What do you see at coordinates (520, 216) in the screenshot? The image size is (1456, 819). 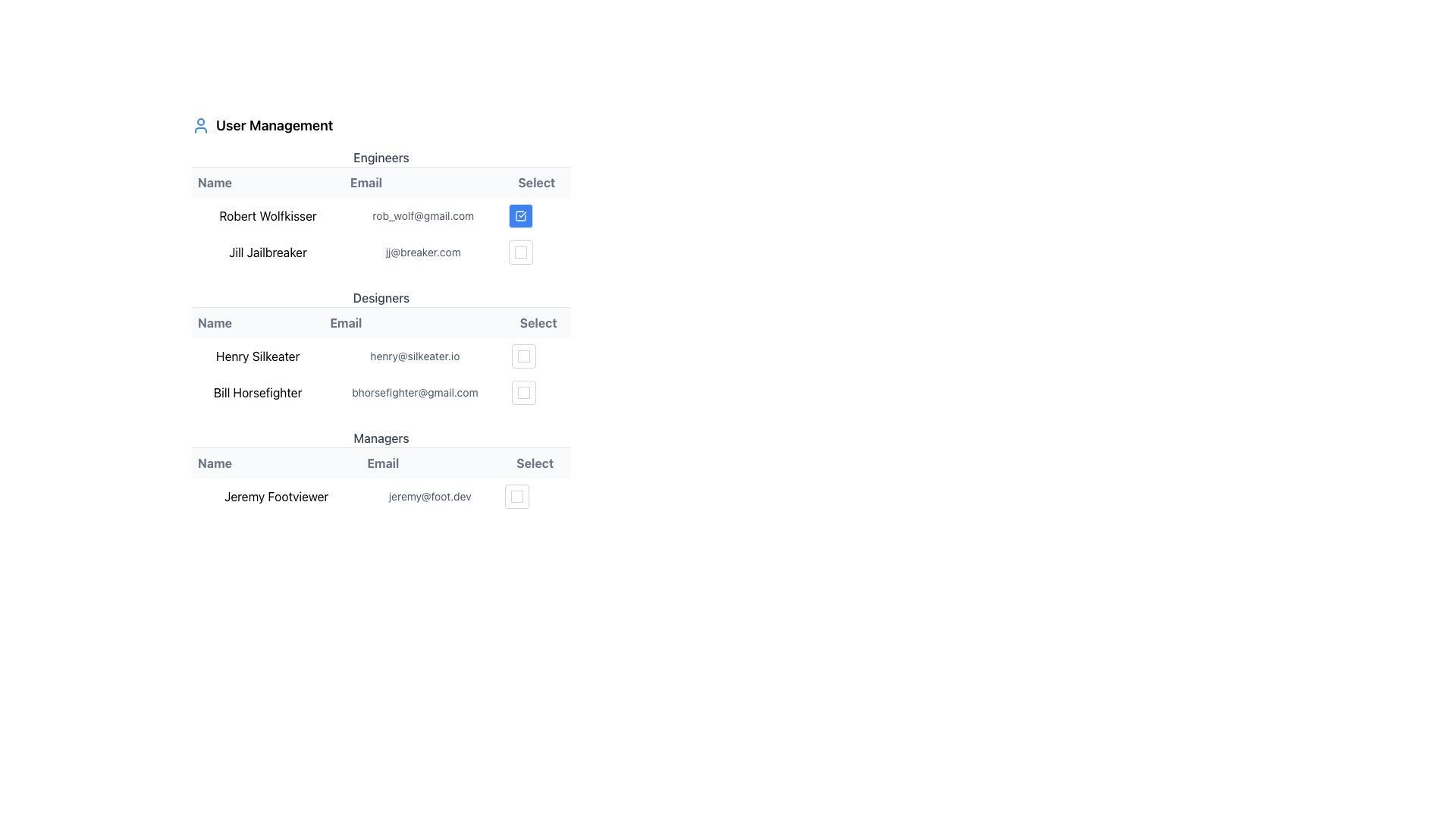 I see `the checkbox icon associated with the 'Robert Wolfkisser' row under the 'Engineers' group` at bounding box center [520, 216].